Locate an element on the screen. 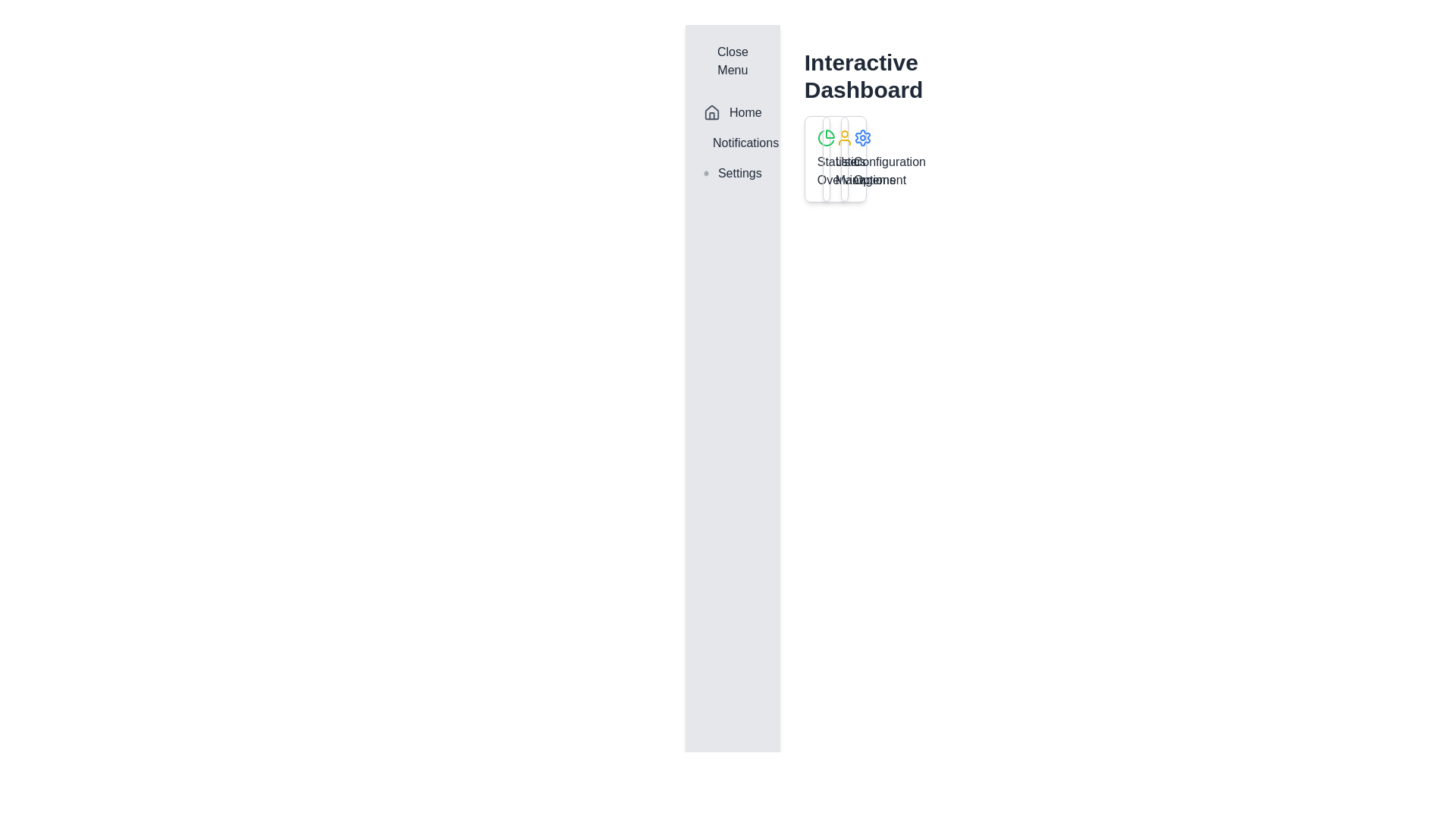 This screenshot has width=1456, height=819. the 'Close Menu' button located at the top of the vertical navigation panel on the left side of the interface is located at coordinates (733, 61).